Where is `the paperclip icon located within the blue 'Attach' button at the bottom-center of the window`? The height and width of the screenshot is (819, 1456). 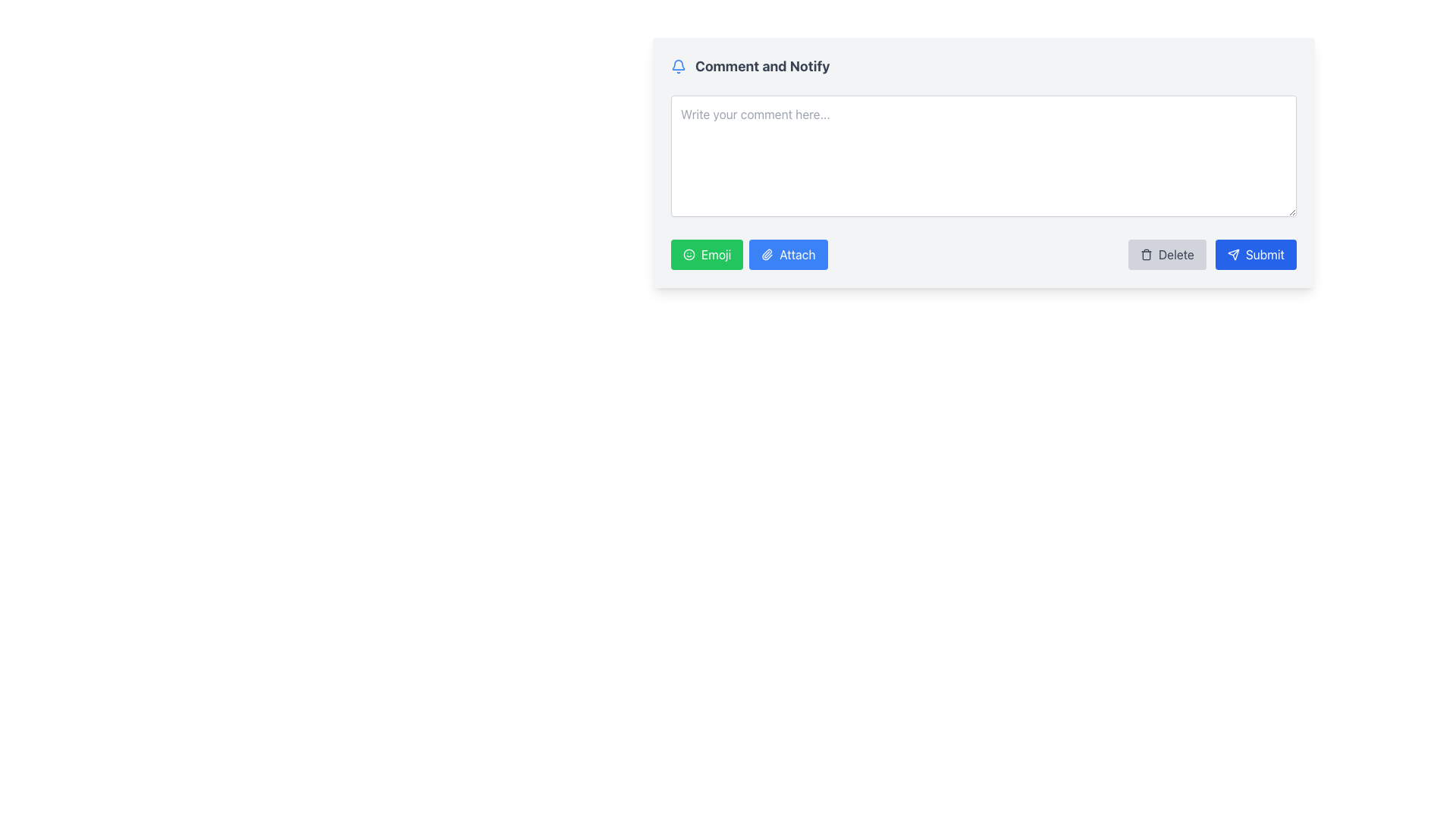
the paperclip icon located within the blue 'Attach' button at the bottom-center of the window is located at coordinates (767, 253).